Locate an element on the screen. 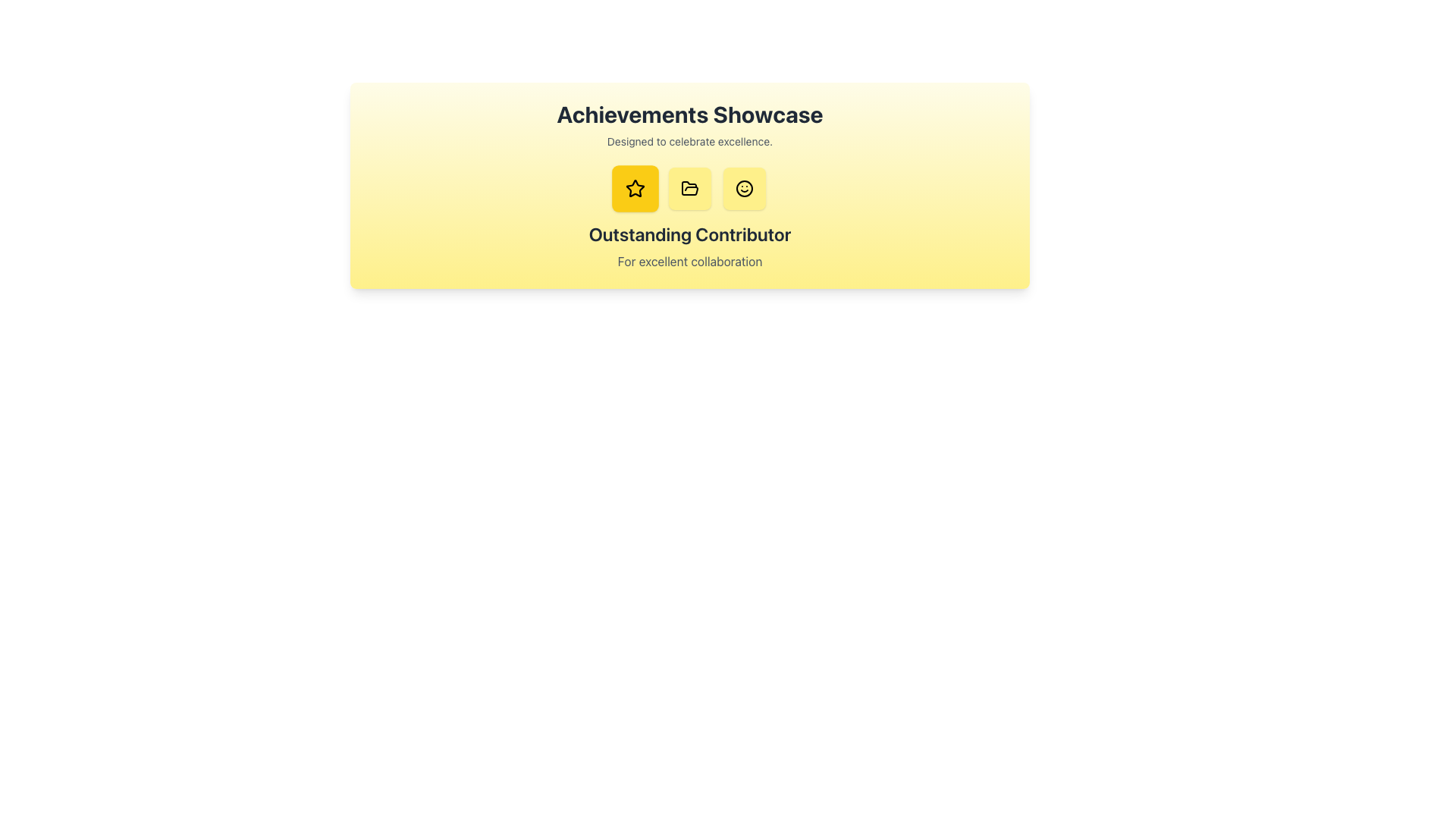 This screenshot has height=819, width=1456. the Text header that serves as a title for the section on celebrating achievements, located at the top of the yellow card is located at coordinates (689, 113).